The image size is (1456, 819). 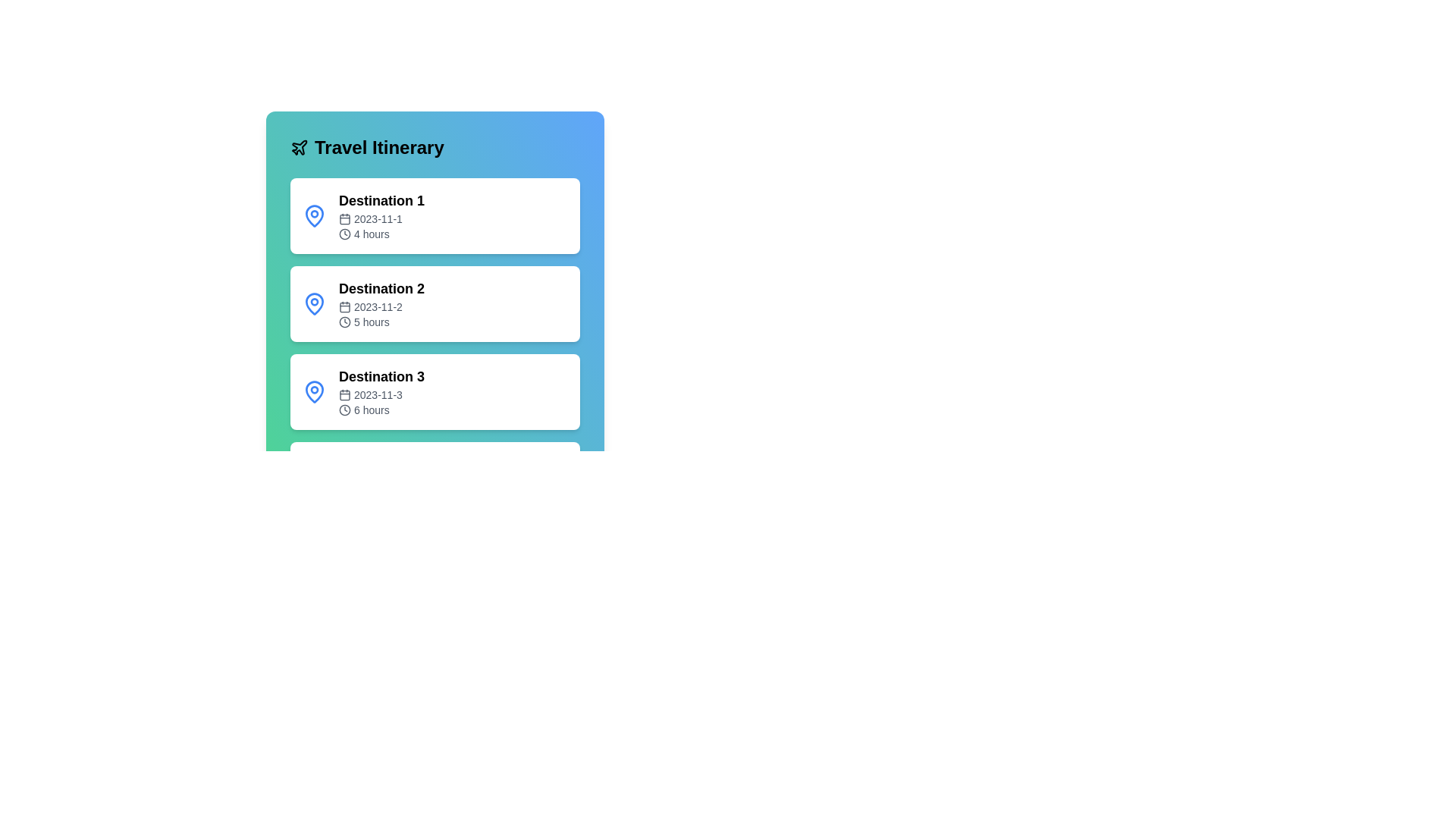 What do you see at coordinates (344, 409) in the screenshot?
I see `the time duration icon located to the left of the '6 hours' text in the 'Destination 3' section of the travel itinerary interface` at bounding box center [344, 409].